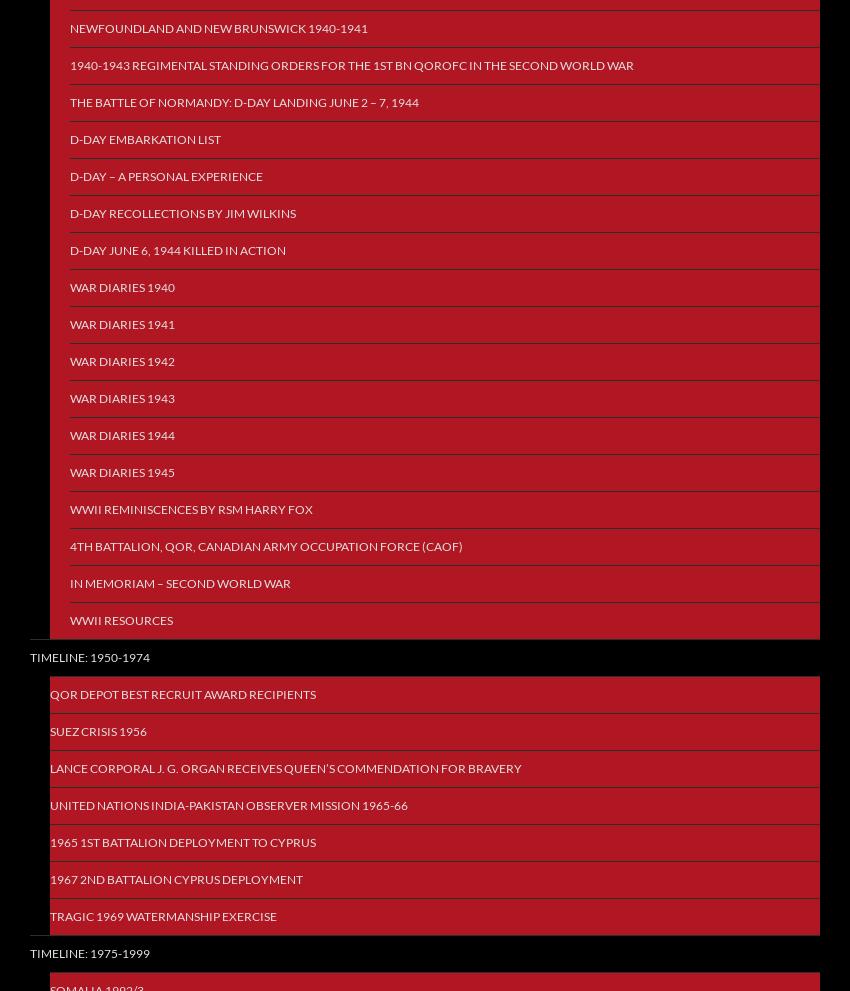 The width and height of the screenshot is (850, 991). Describe the element at coordinates (179, 582) in the screenshot. I see `'In Memoriam – Second World War'` at that location.